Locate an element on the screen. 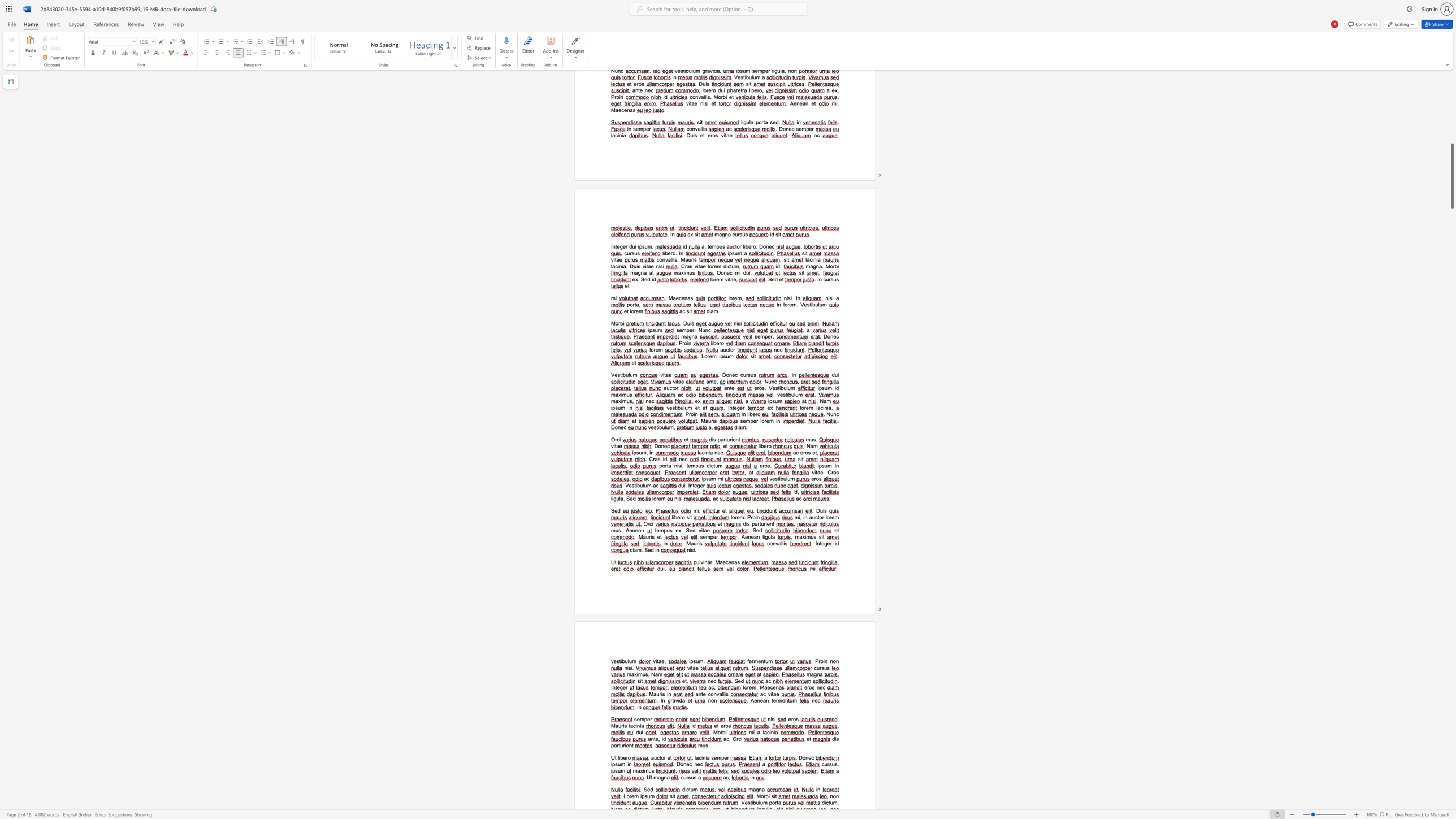 This screenshot has width=1456, height=819. the 2th character "i" in the text is located at coordinates (681, 465).